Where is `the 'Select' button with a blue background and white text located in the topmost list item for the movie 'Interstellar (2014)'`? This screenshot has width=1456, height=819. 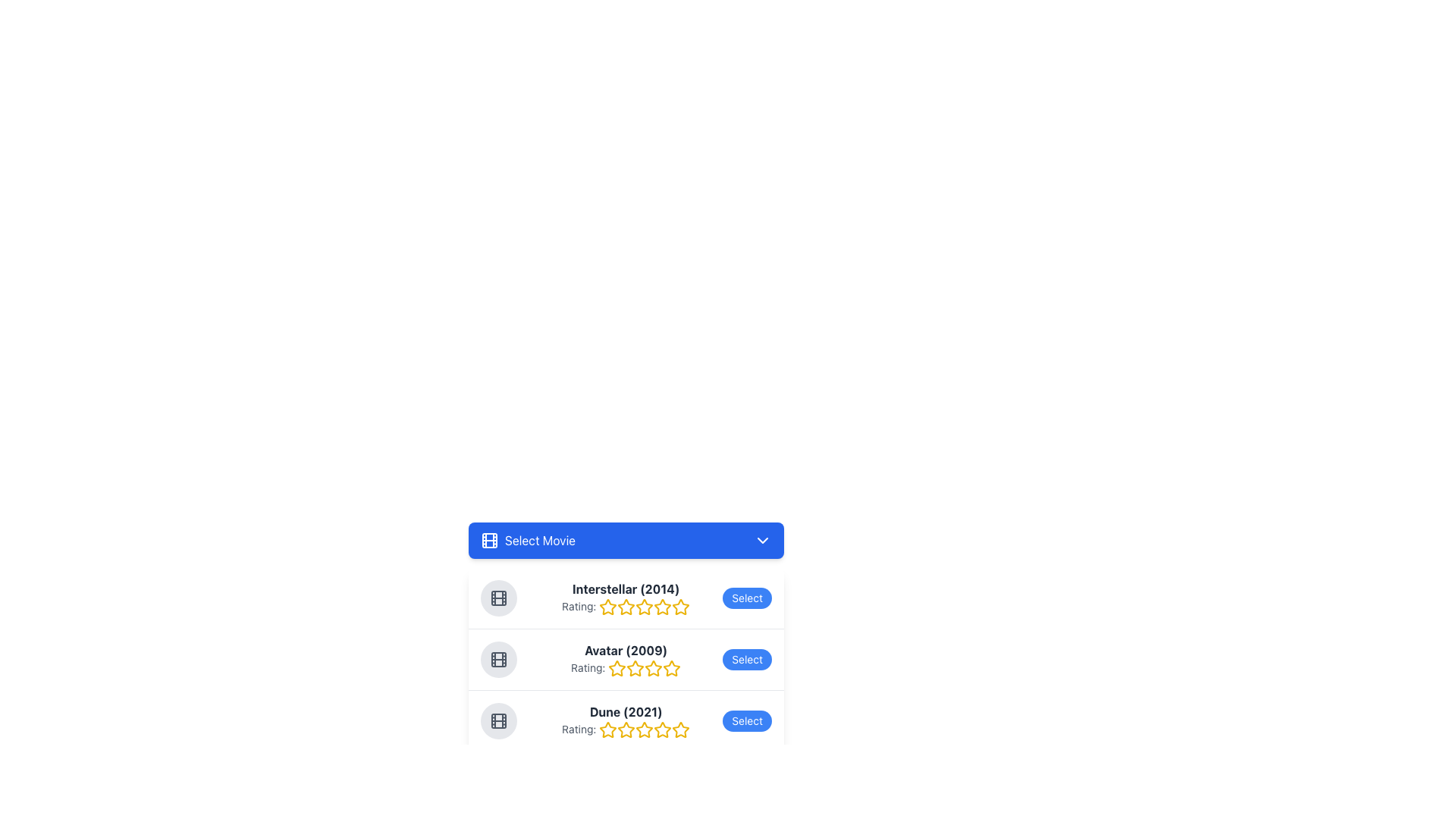 the 'Select' button with a blue background and white text located in the topmost list item for the movie 'Interstellar (2014)' is located at coordinates (747, 598).